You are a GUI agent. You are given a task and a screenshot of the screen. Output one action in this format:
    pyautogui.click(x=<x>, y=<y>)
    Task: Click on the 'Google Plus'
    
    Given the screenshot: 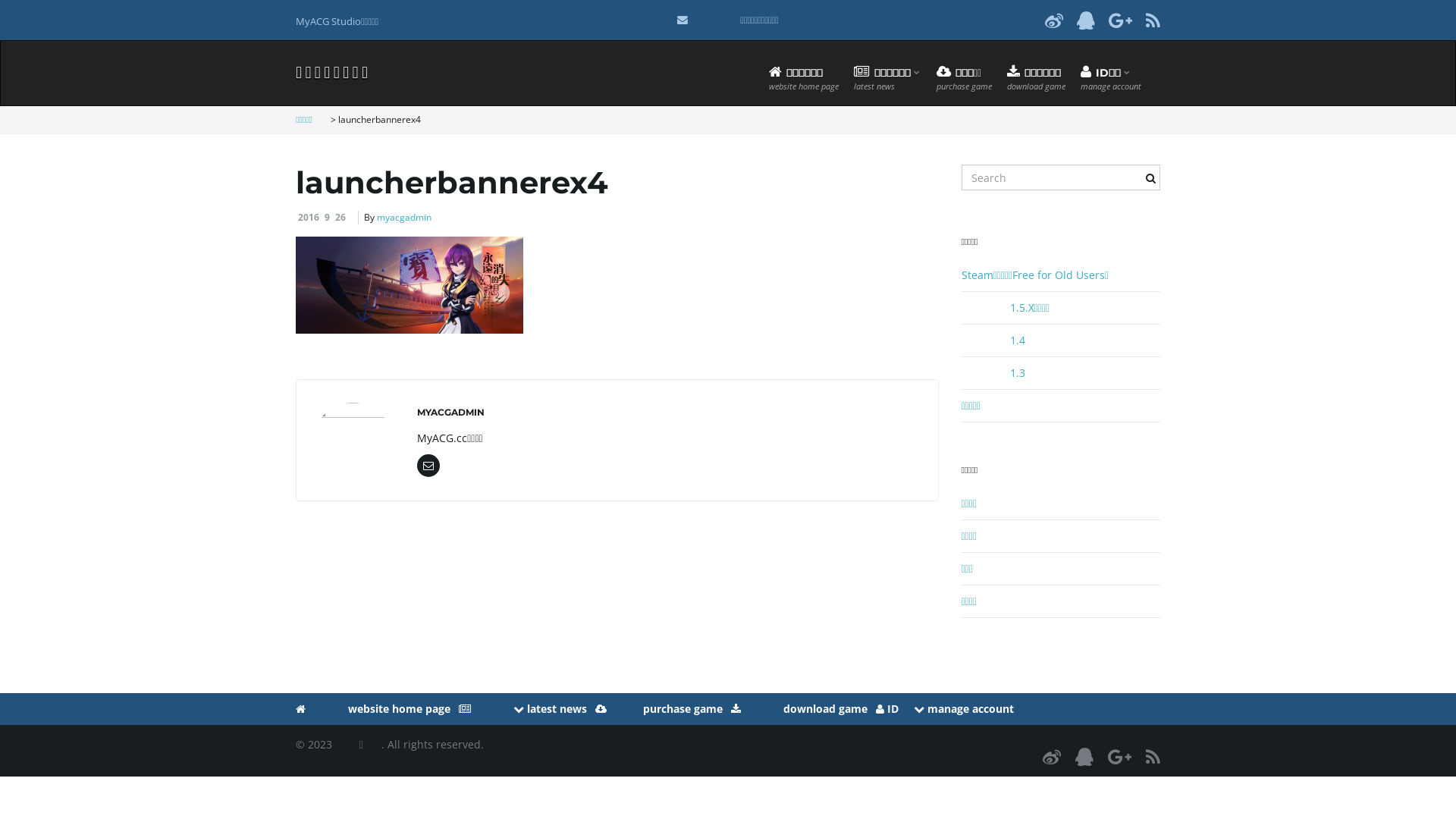 What is the action you would take?
    pyautogui.click(x=1109, y=20)
    